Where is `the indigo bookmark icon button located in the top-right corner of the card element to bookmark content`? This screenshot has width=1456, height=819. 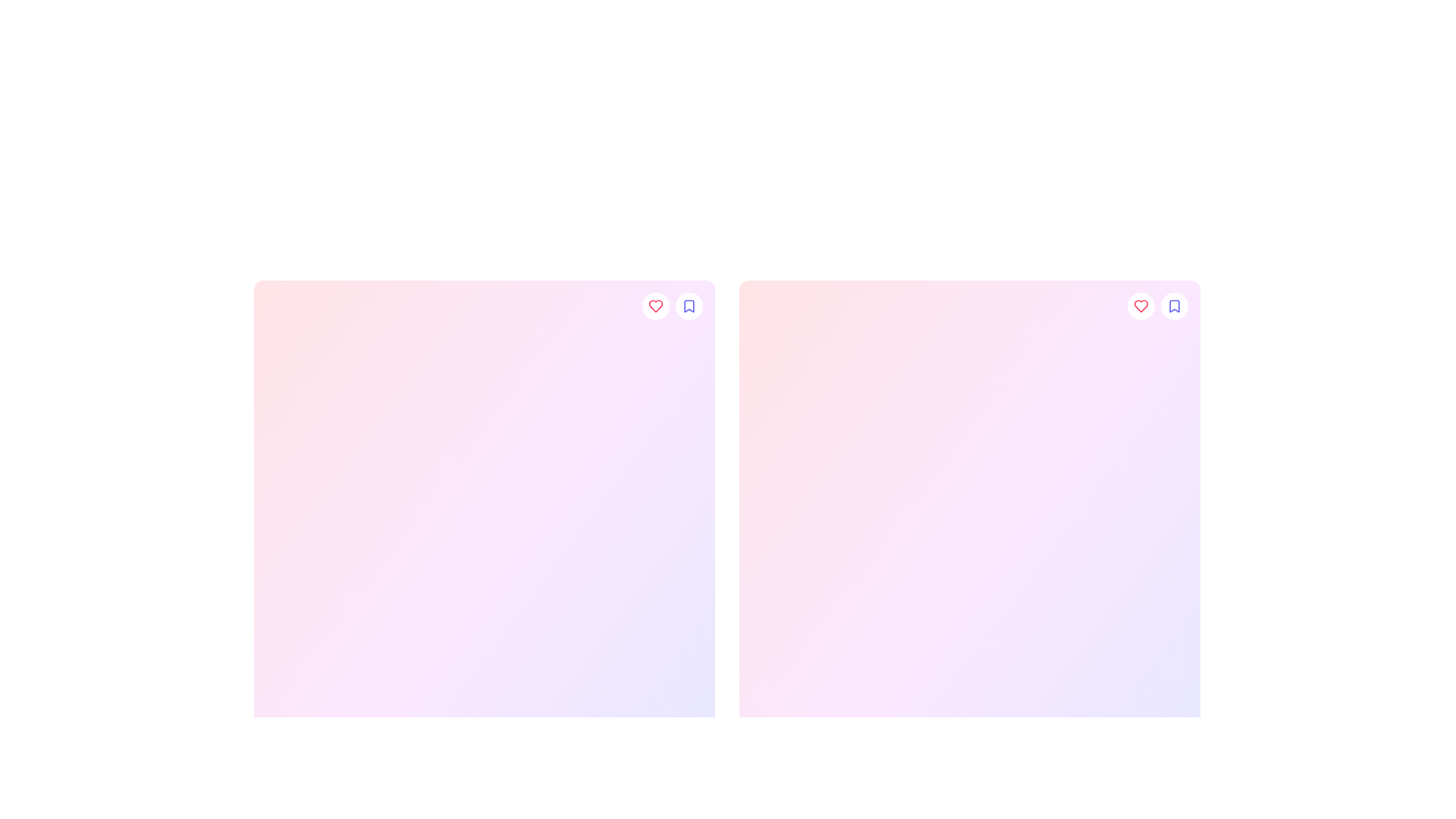 the indigo bookmark icon button located in the top-right corner of the card element to bookmark content is located at coordinates (688, 306).